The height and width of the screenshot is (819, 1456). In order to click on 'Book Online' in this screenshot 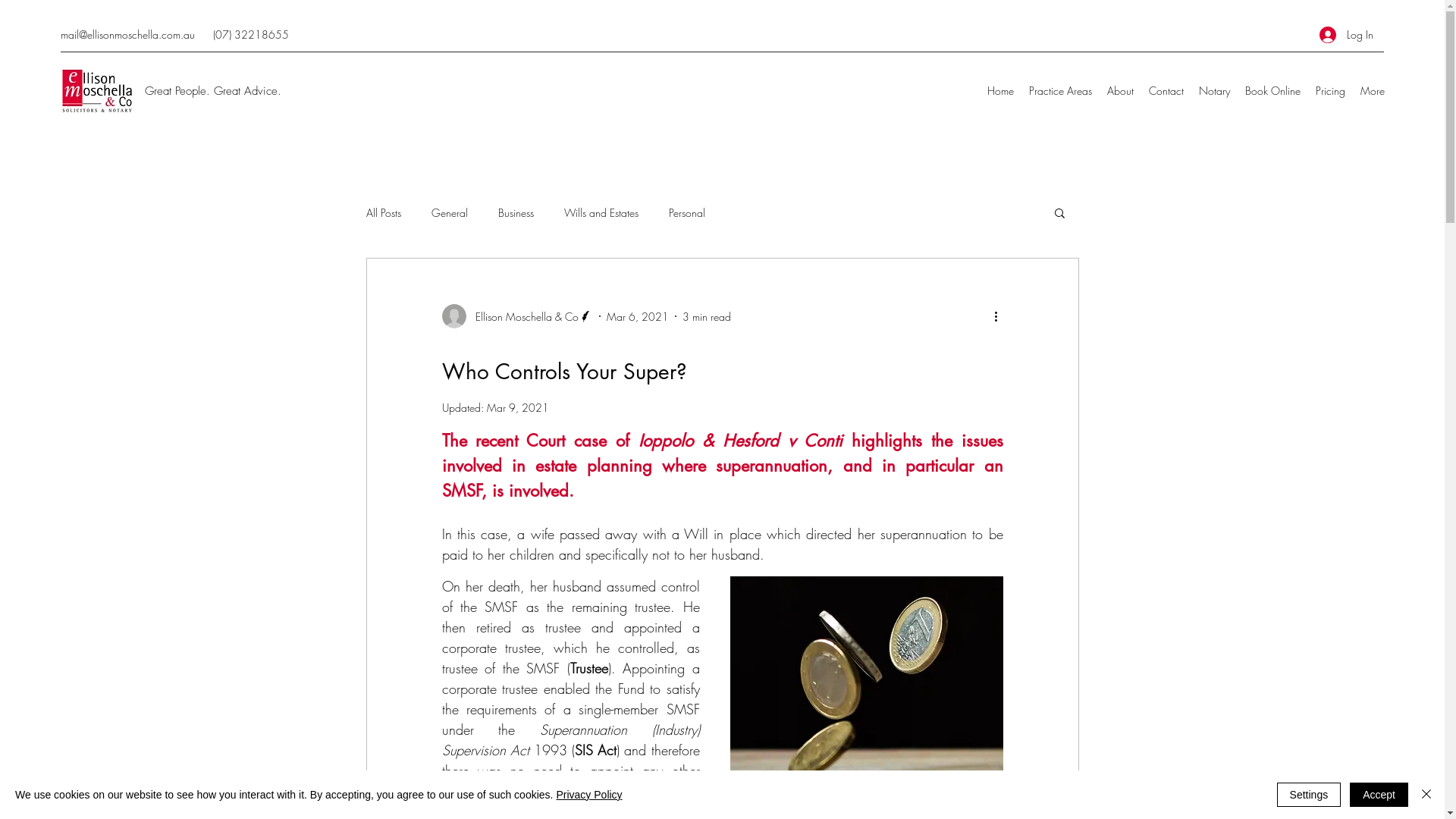, I will do `click(1272, 90)`.